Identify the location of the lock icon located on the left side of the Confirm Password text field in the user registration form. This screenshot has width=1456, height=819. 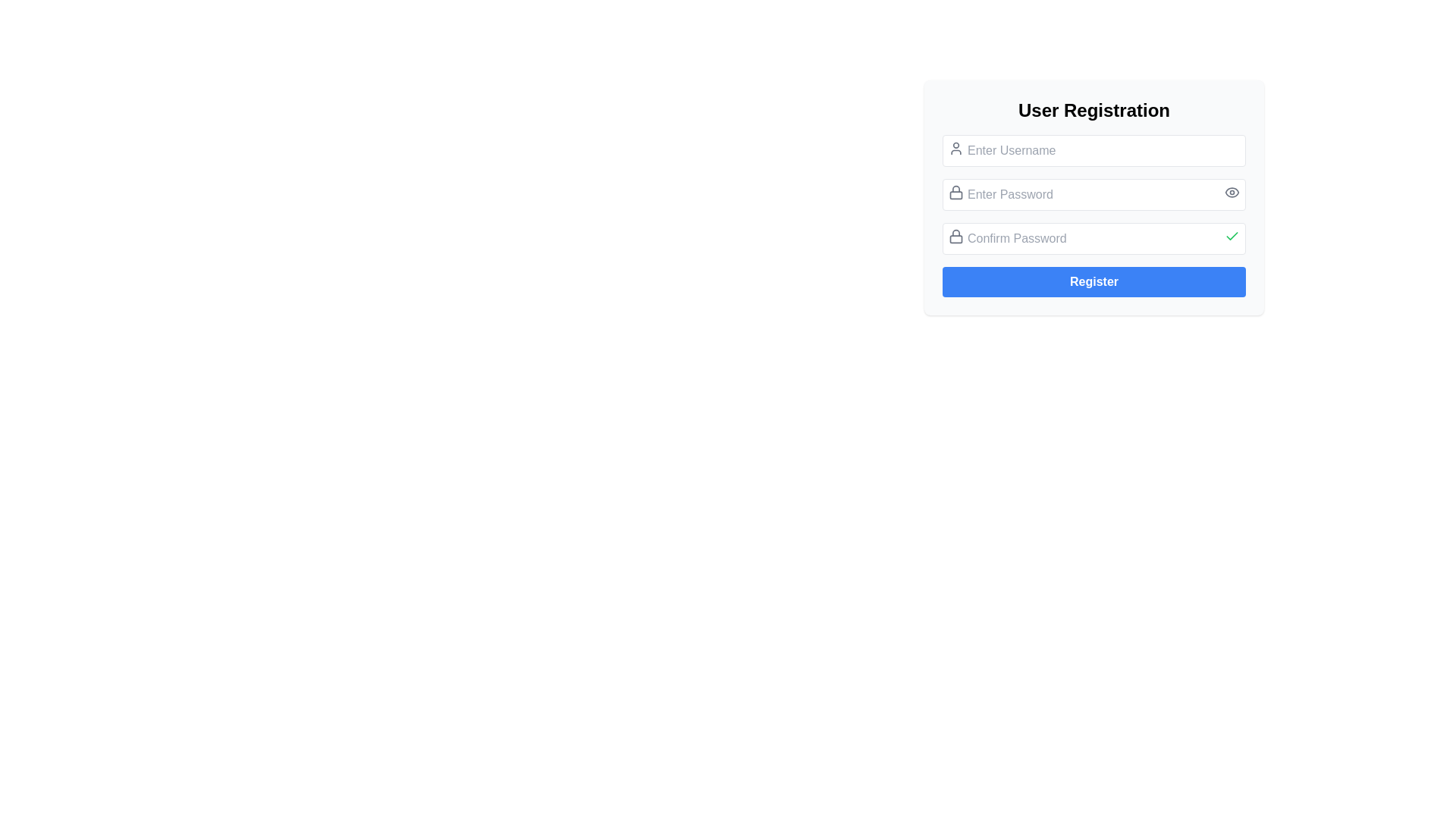
(955, 237).